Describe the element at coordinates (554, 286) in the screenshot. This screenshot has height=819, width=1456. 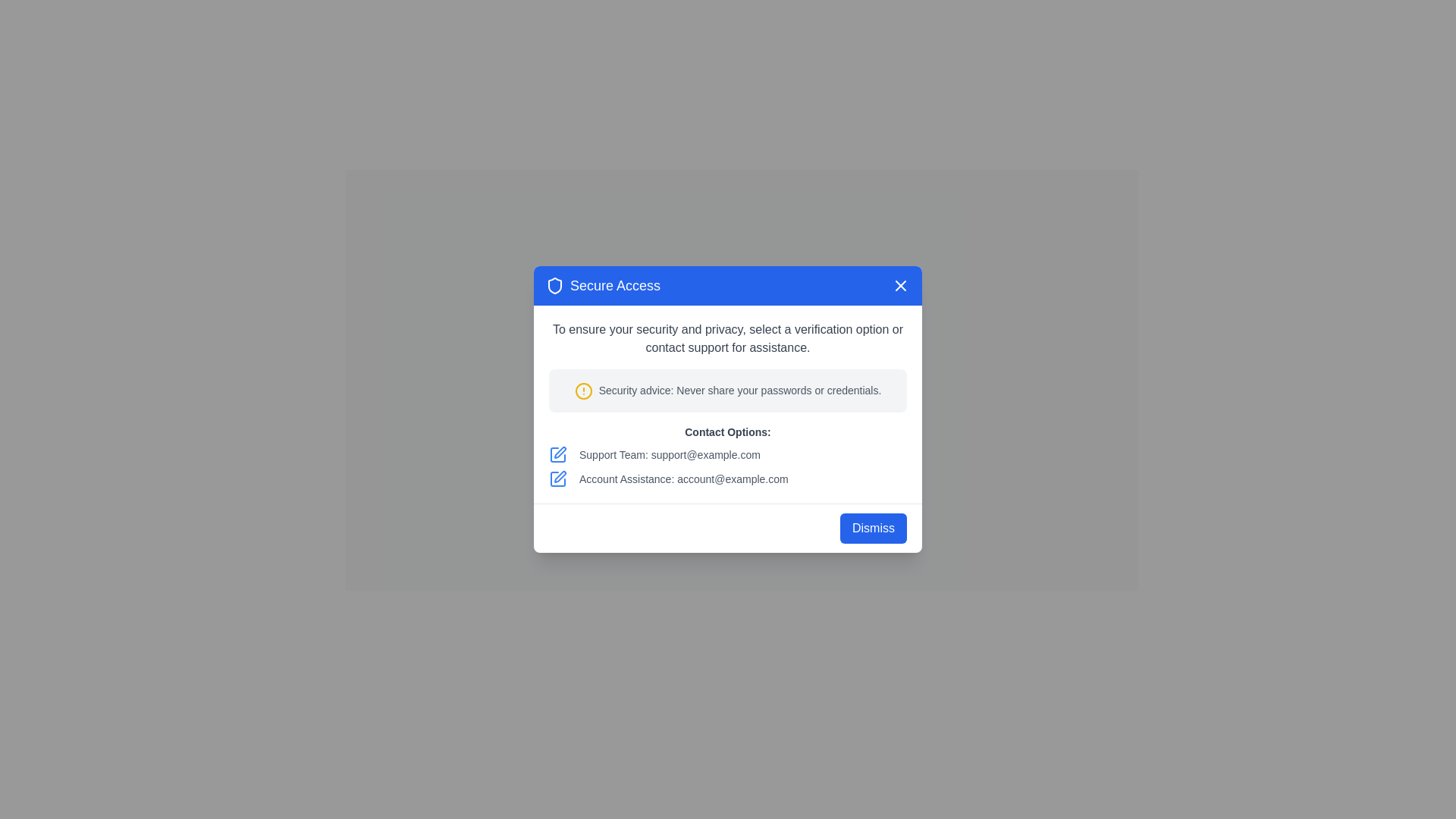
I see `the minimalist shield icon located to the left of the 'Secure Access' text in the header of the modal dialog` at that location.